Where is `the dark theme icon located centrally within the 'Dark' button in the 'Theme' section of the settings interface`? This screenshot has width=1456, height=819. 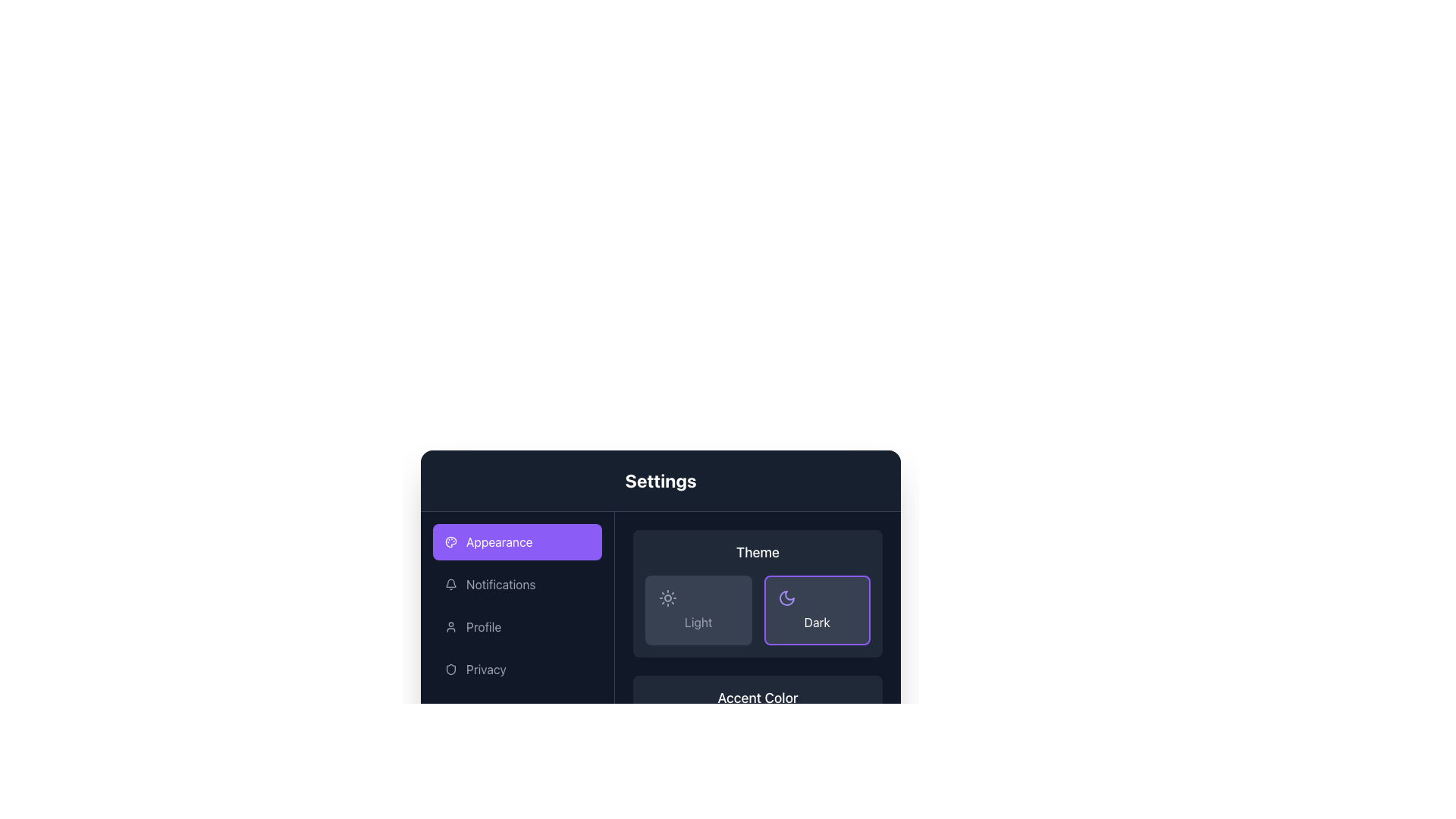 the dark theme icon located centrally within the 'Dark' button in the 'Theme' section of the settings interface is located at coordinates (786, 598).